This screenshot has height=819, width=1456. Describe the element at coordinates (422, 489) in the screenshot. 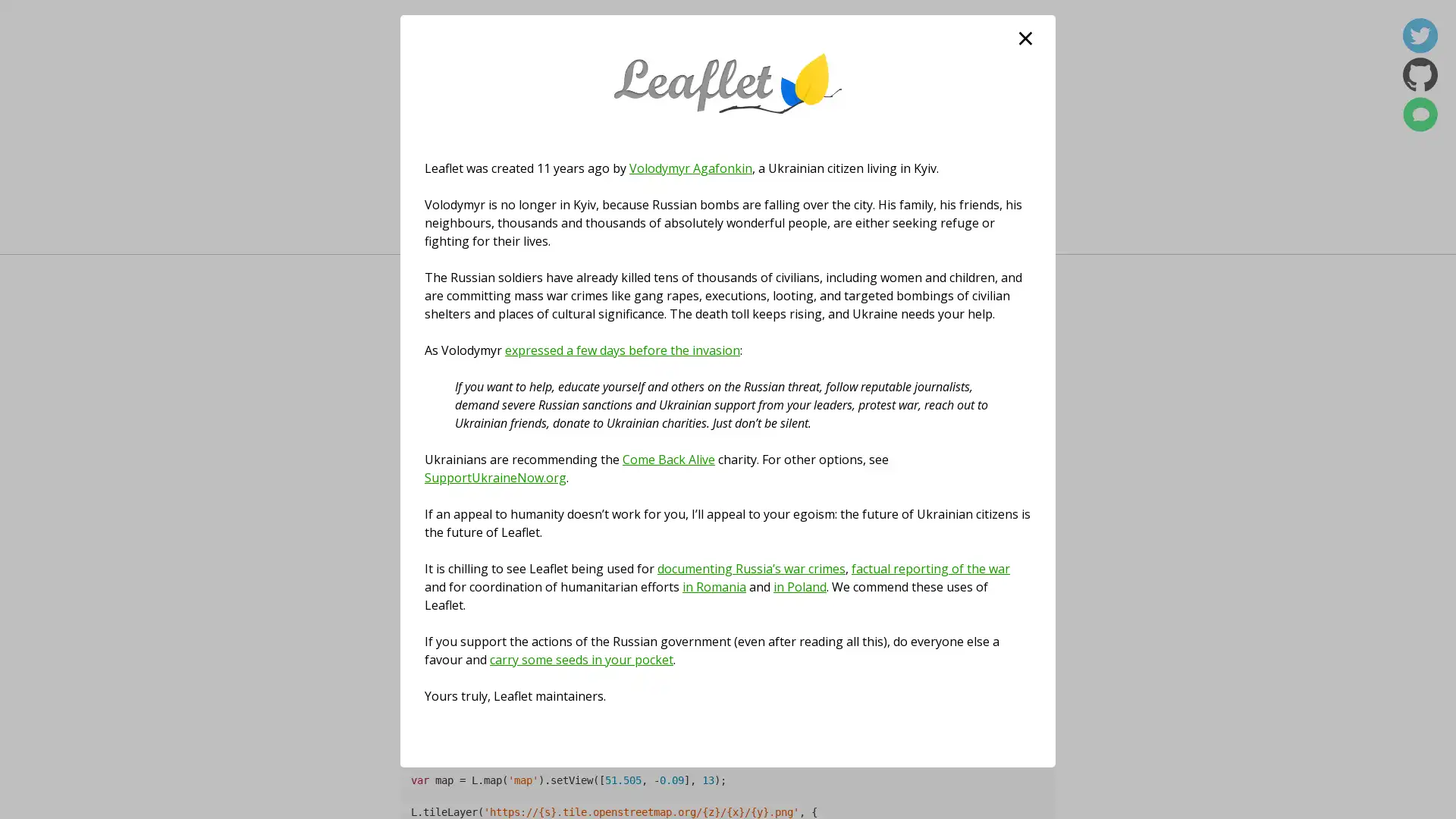

I see `Zoom in` at that location.